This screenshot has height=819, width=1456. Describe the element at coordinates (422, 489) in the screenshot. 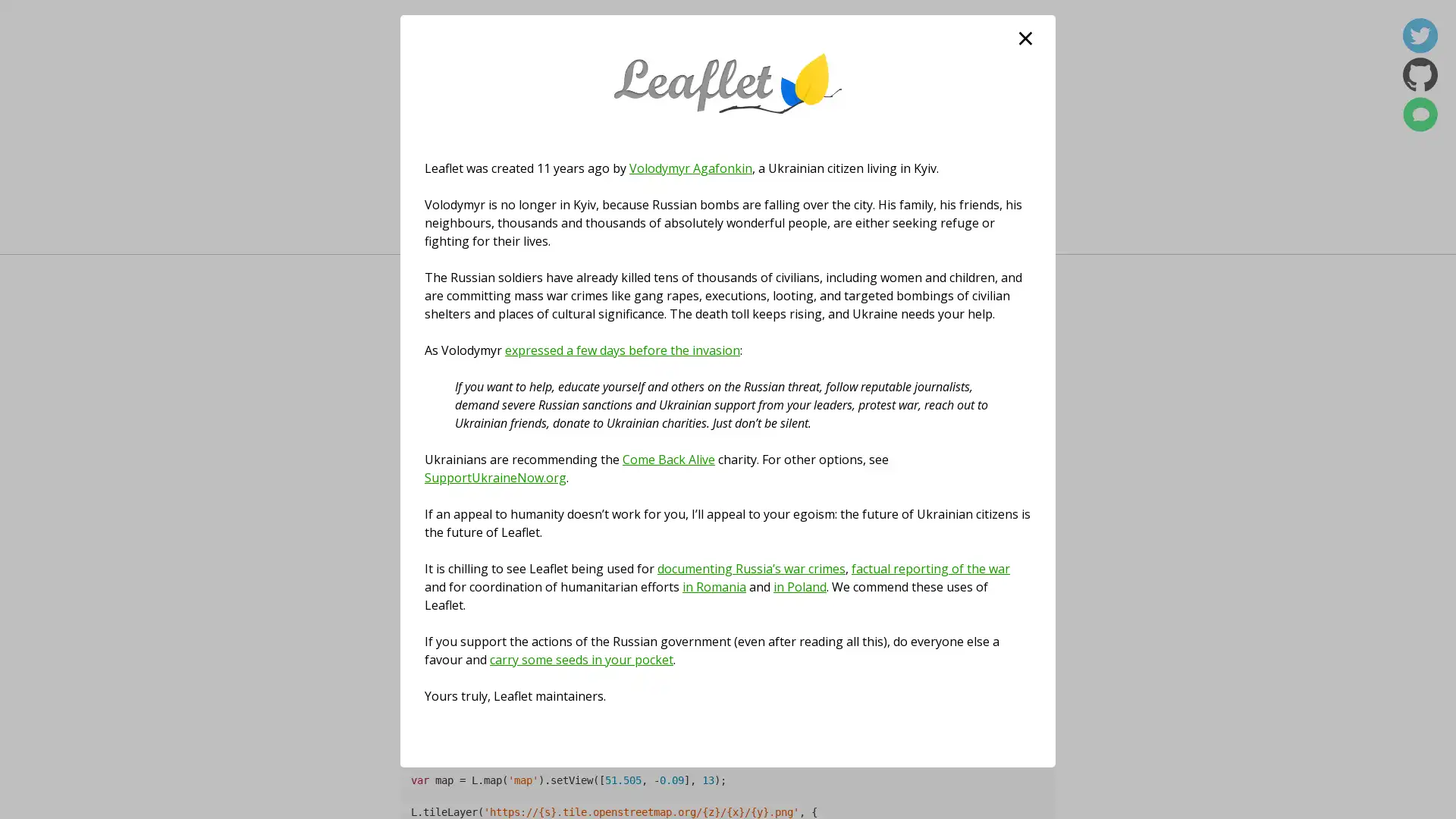

I see `Zoom in` at that location.